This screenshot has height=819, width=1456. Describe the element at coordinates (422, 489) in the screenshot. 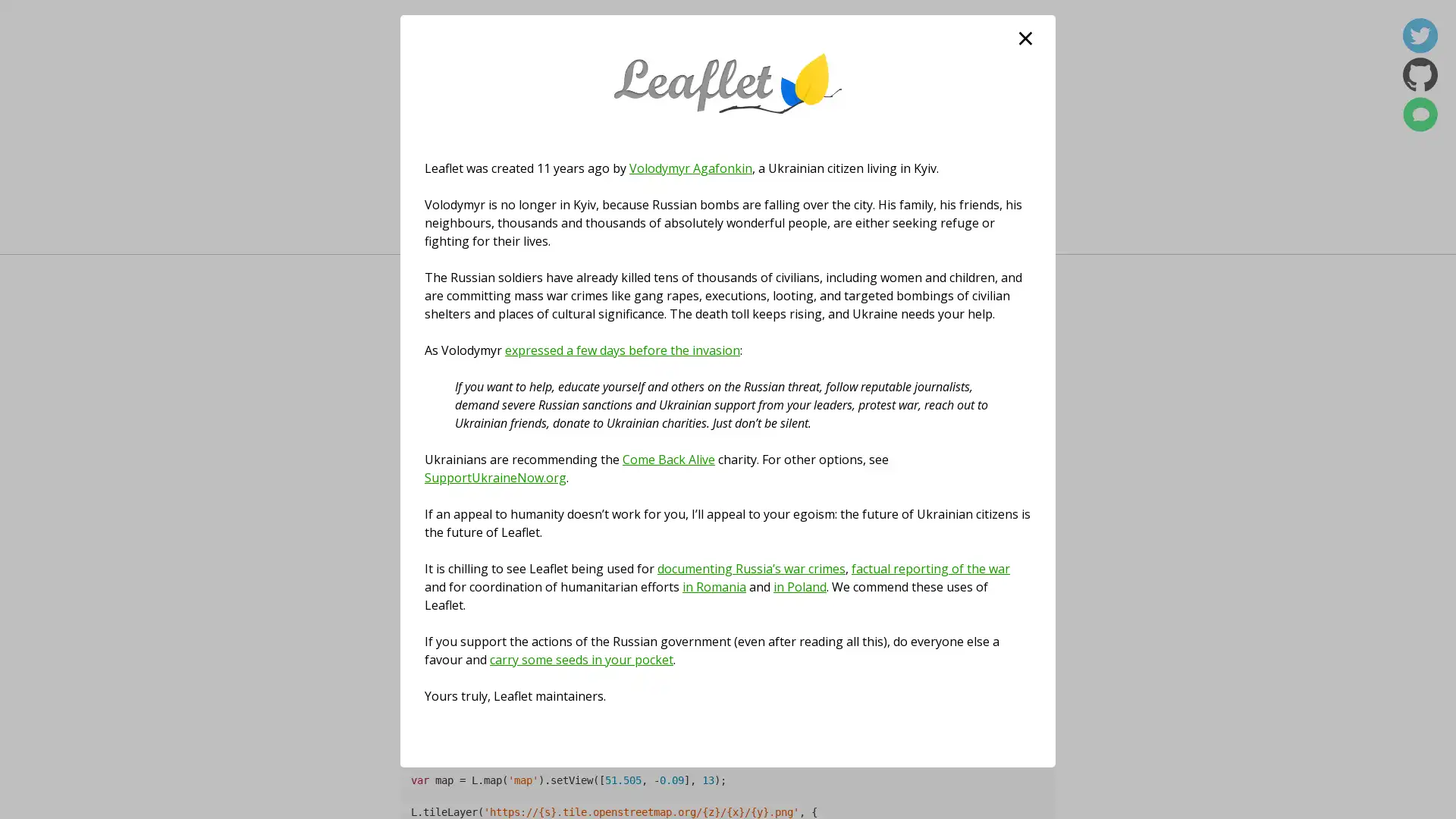

I see `Zoom in` at that location.